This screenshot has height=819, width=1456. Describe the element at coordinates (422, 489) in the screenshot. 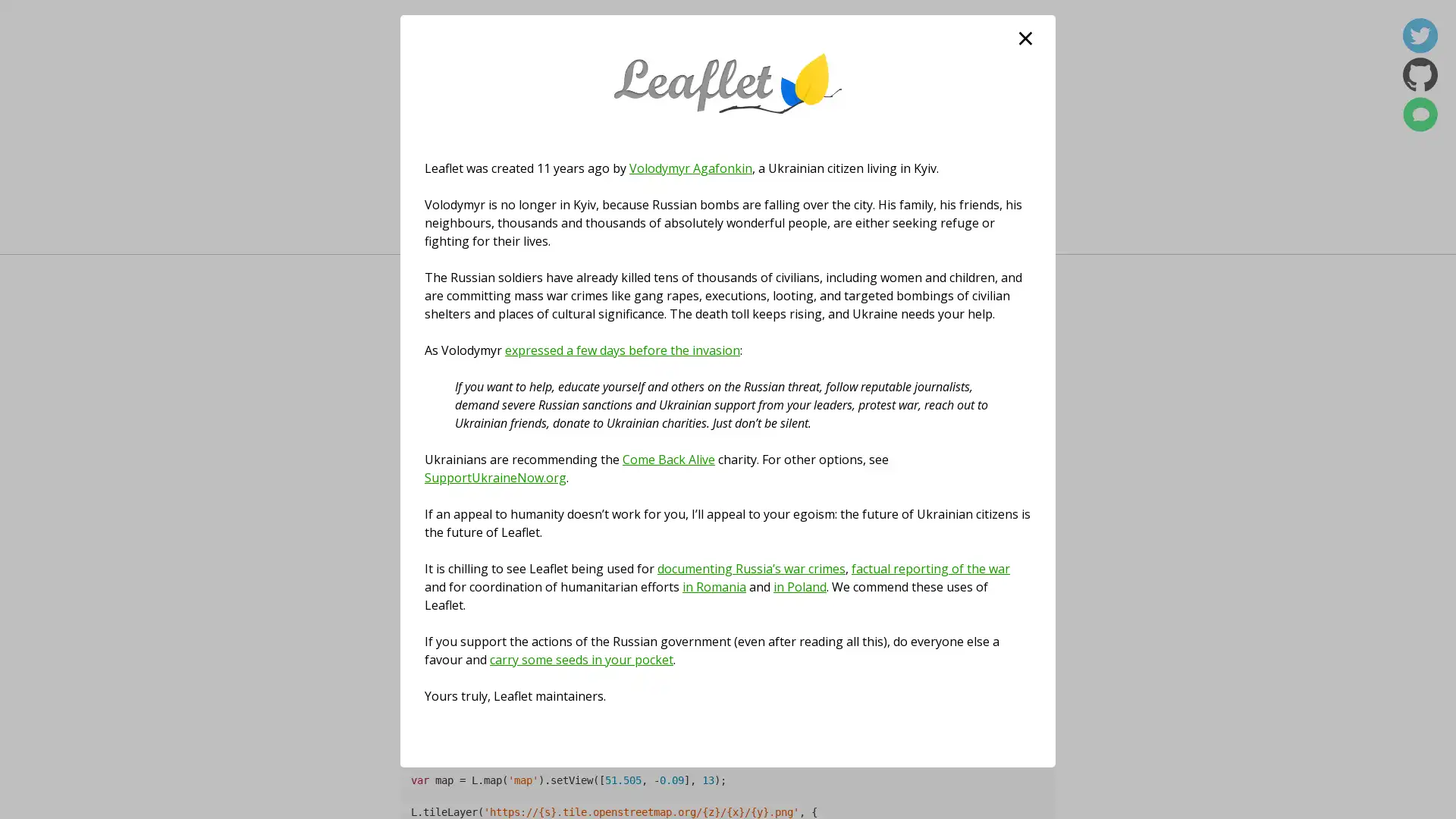

I see `Zoom in` at that location.